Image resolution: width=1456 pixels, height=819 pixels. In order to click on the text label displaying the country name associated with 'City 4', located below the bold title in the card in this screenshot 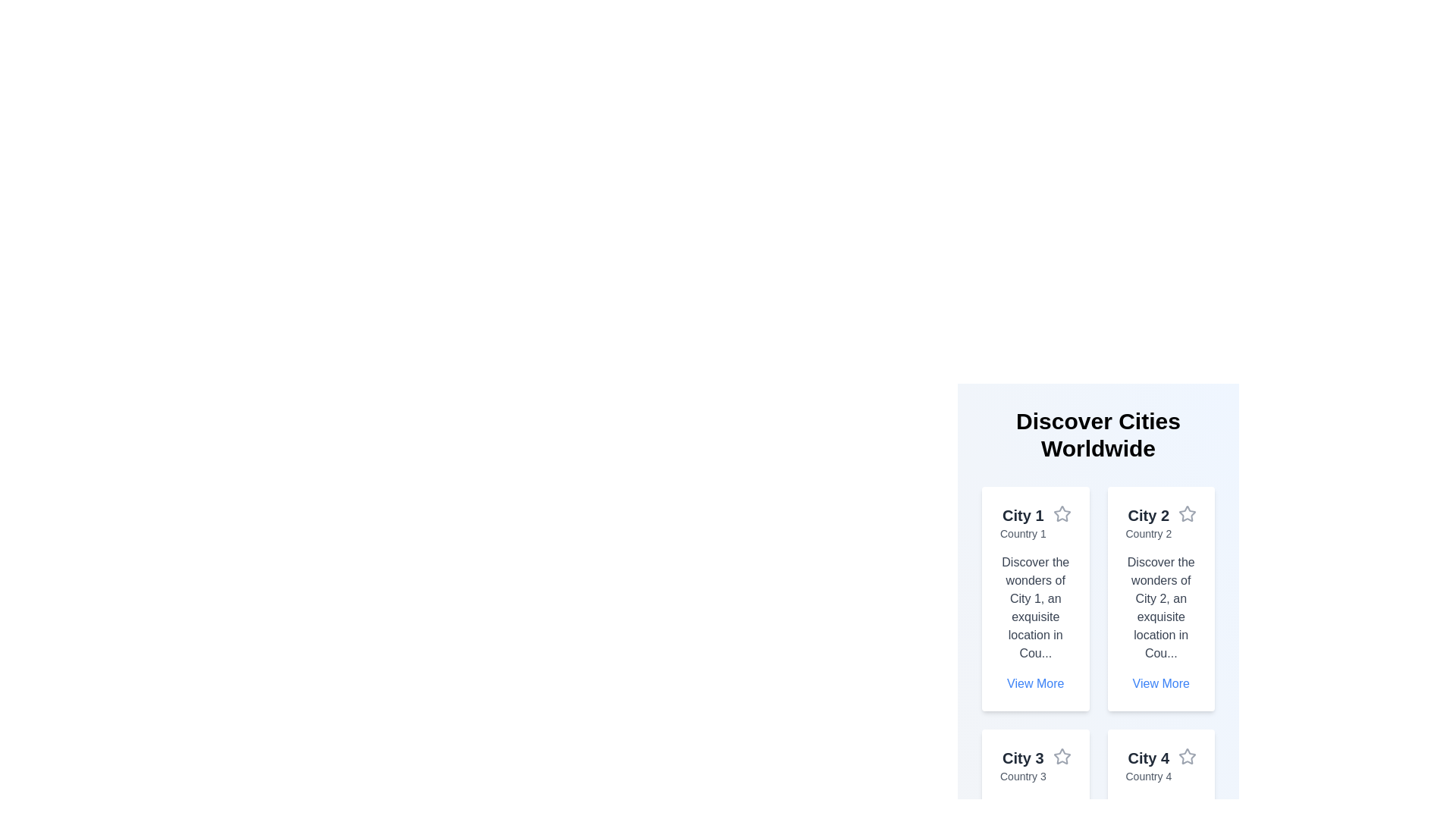, I will do `click(1148, 776)`.